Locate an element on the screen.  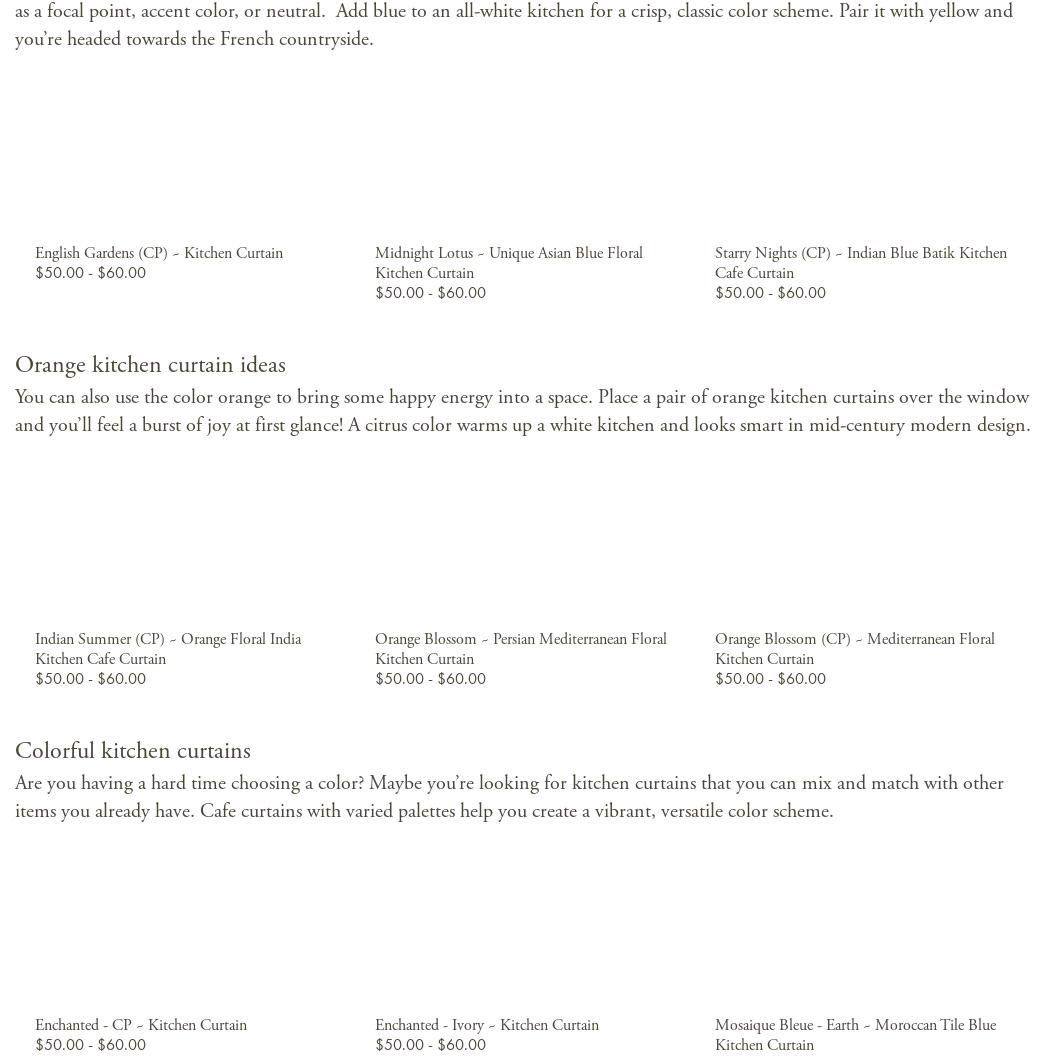
'Colorful kitchen curtains' is located at coordinates (132, 750).